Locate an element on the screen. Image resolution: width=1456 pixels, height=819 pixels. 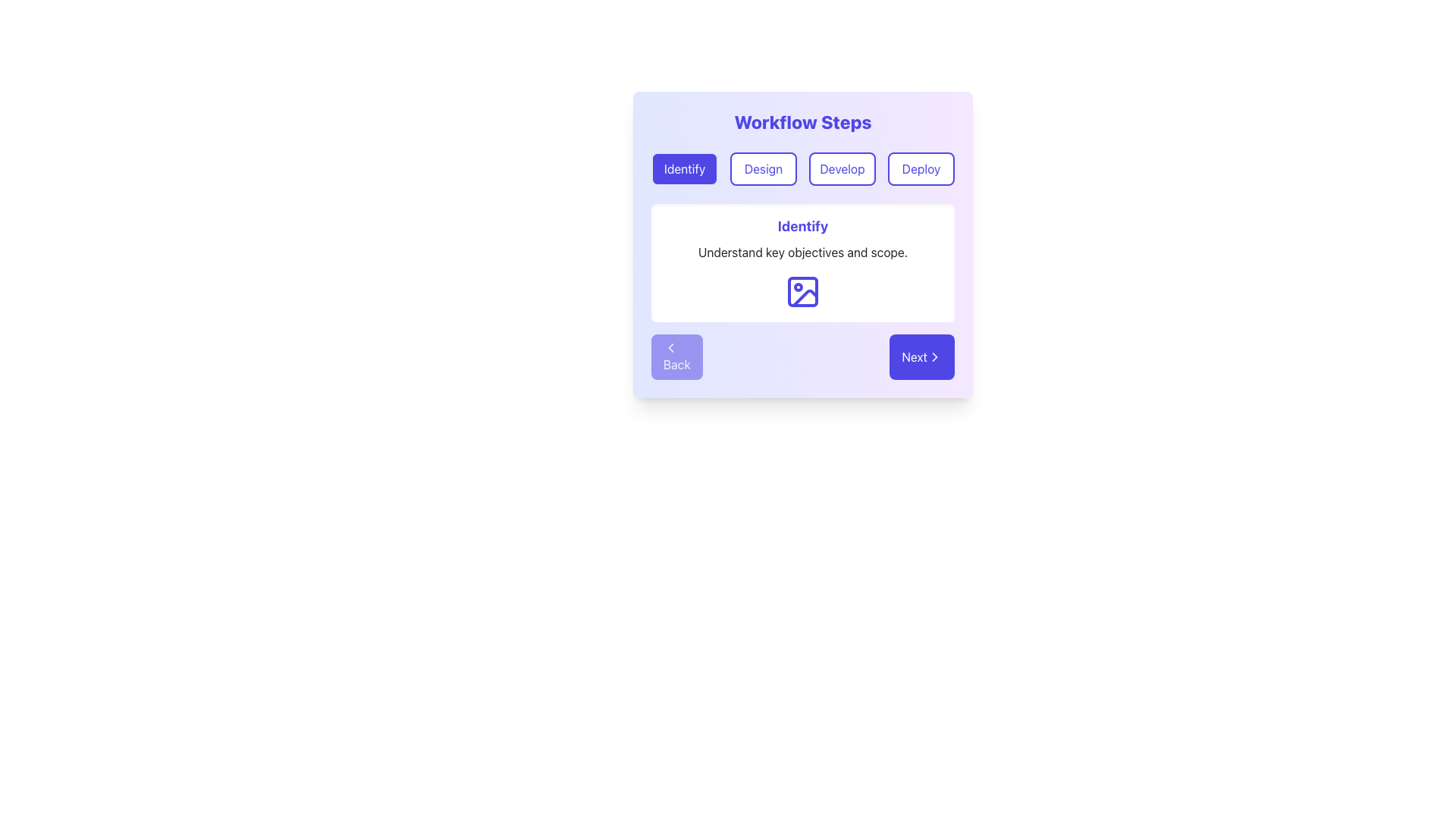
the 'Develop' button, which is a rectangular button with a white background and indigo text, positioned between the 'Design' and 'Deploy' buttons in the 'Workflow Steps' section is located at coordinates (841, 169).